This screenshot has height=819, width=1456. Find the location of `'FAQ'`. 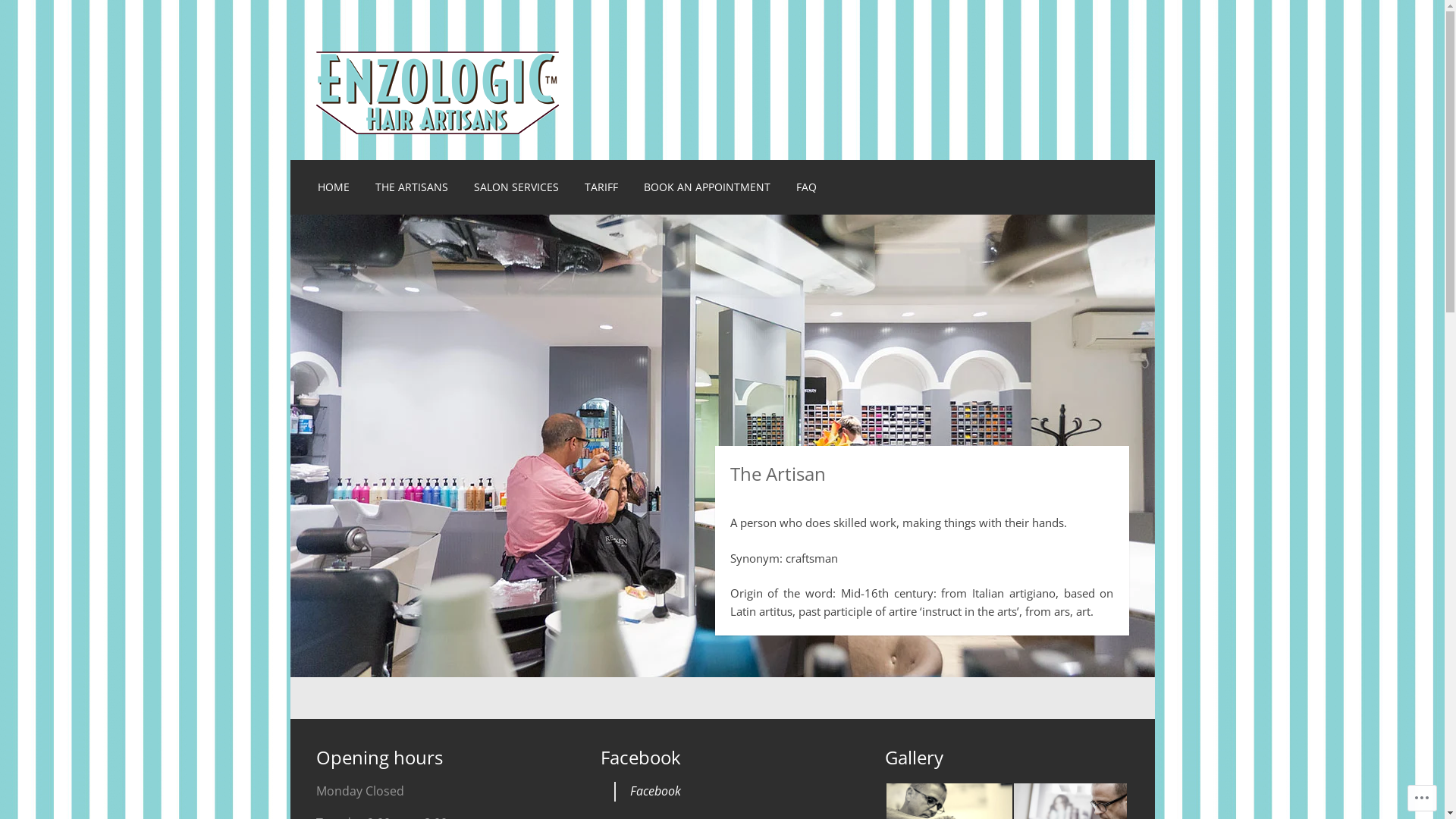

'FAQ' is located at coordinates (805, 186).